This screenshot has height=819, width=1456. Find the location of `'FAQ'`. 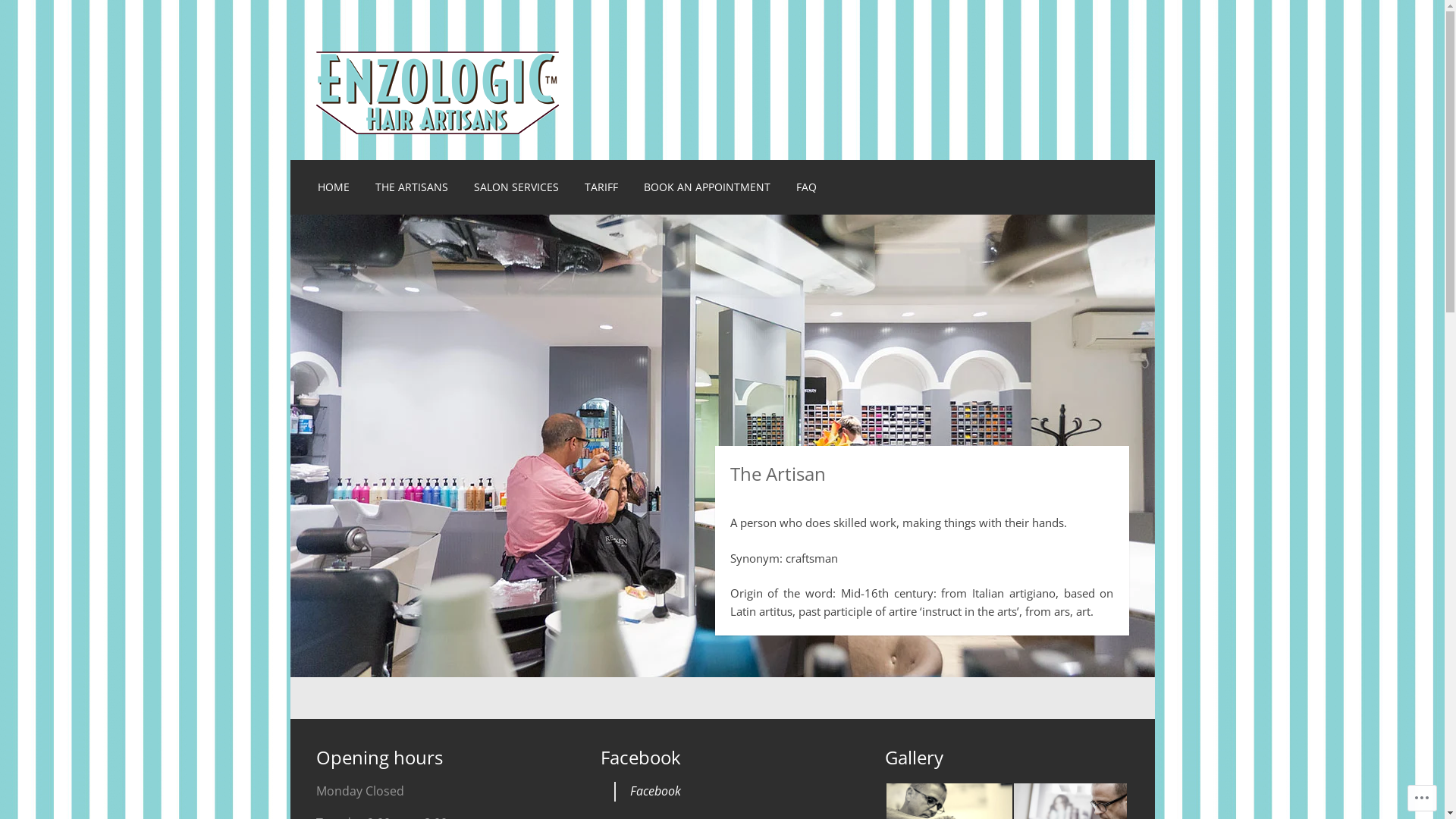

'FAQ' is located at coordinates (805, 186).